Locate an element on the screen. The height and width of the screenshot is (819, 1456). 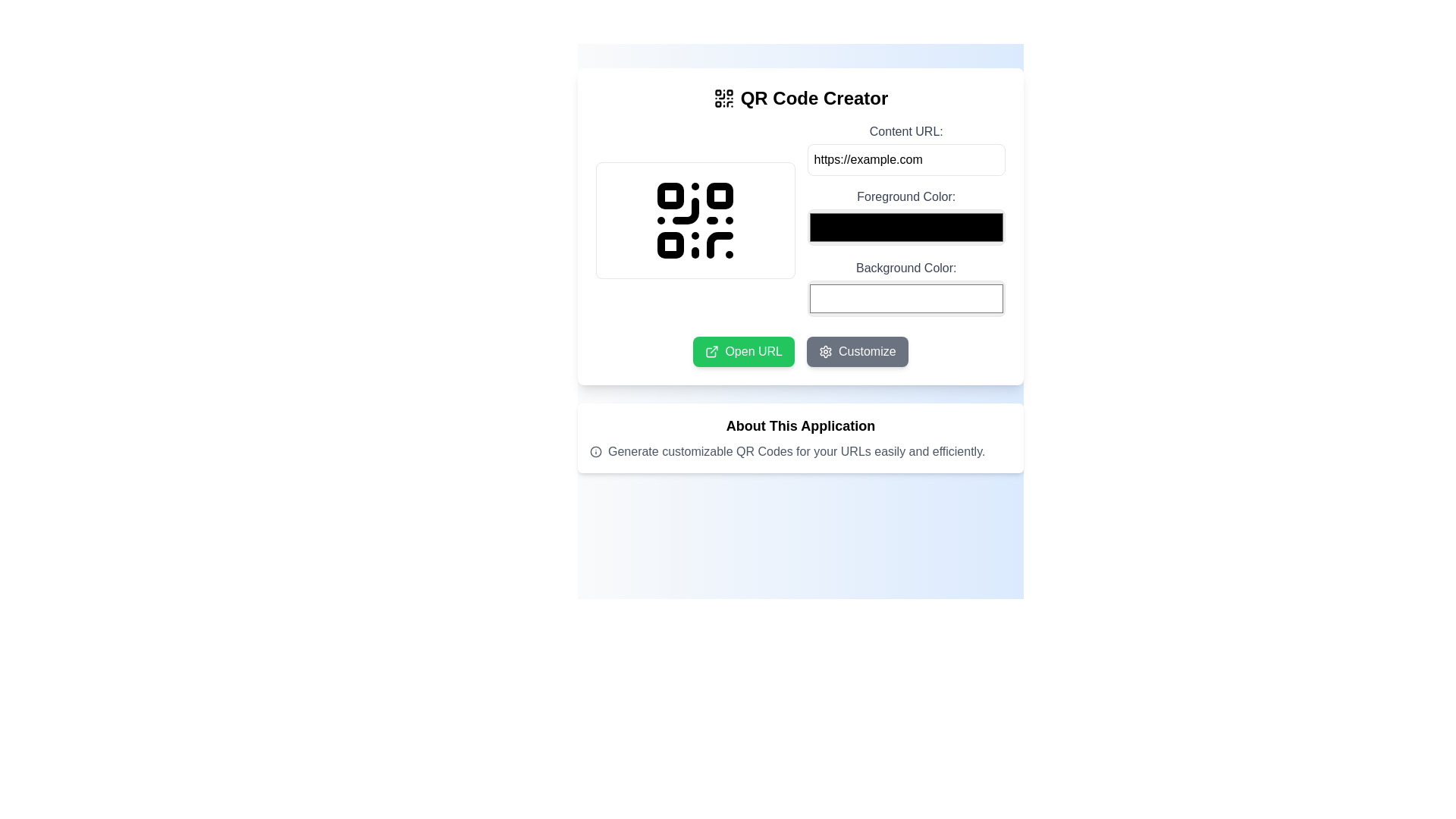
the Color picker input field located is located at coordinates (906, 217).